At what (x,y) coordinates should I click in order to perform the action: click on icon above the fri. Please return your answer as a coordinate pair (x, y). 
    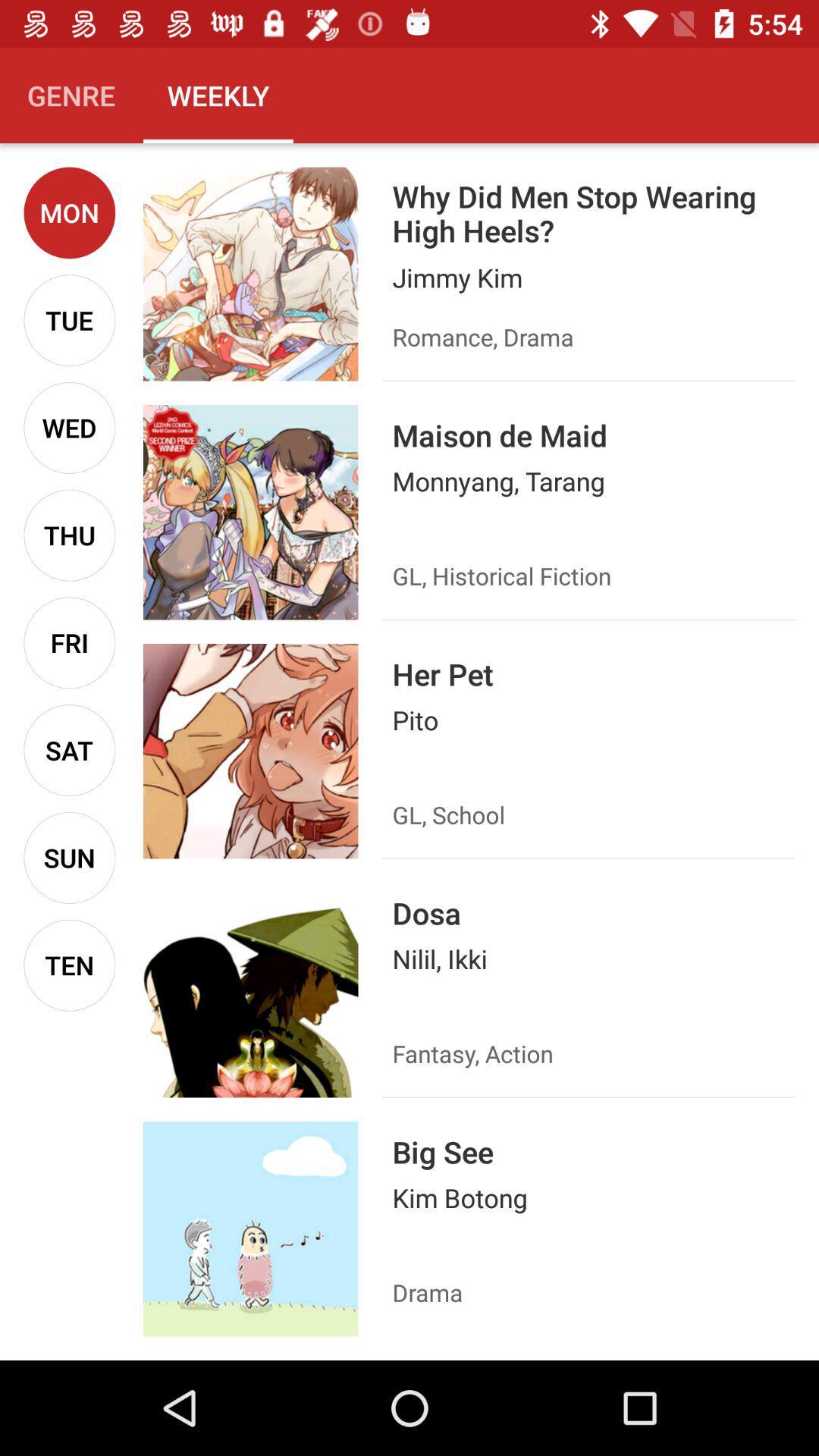
    Looking at the image, I should click on (69, 535).